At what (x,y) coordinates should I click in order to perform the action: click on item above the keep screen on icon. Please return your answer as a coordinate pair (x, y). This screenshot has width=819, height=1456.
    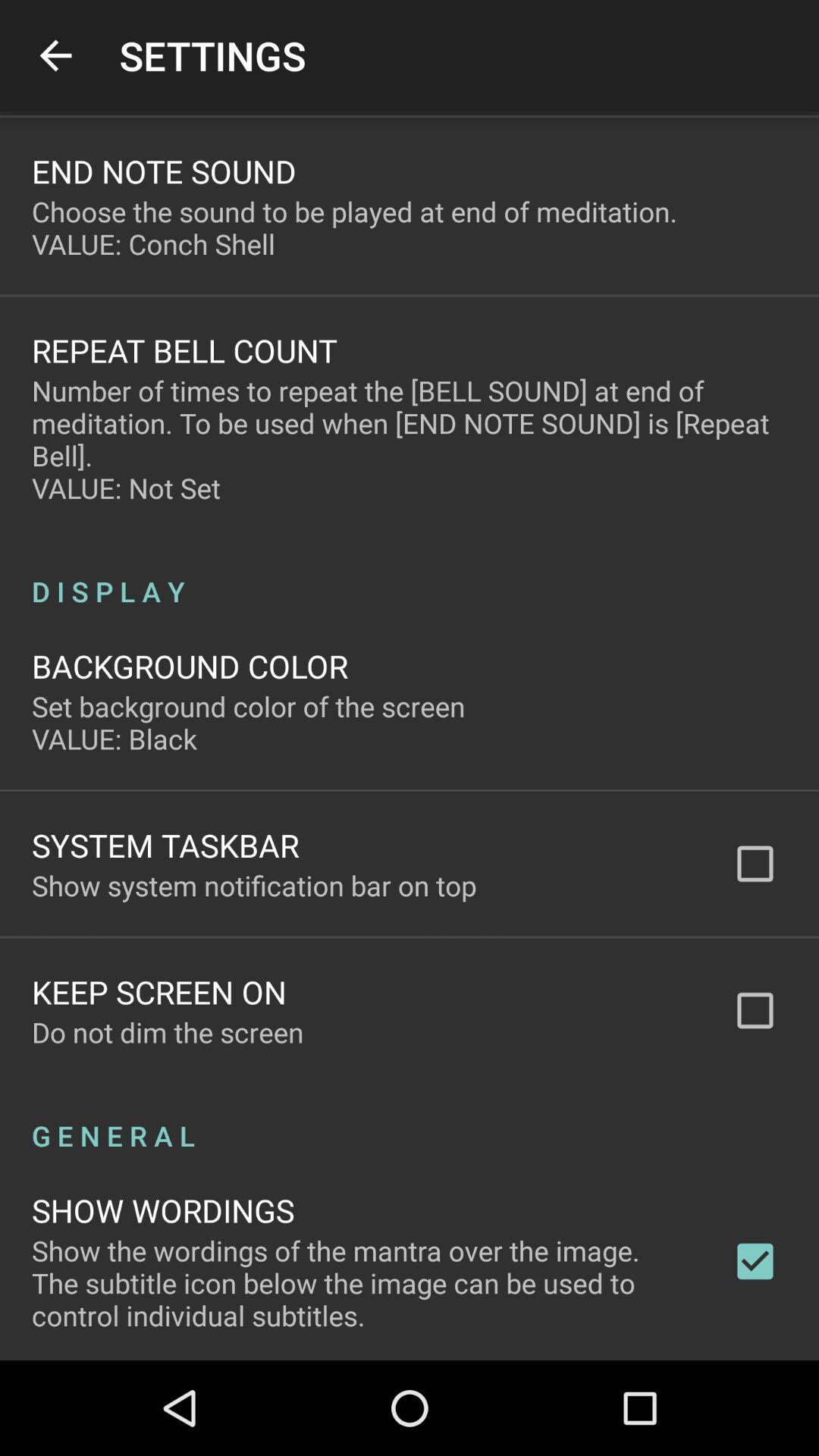
    Looking at the image, I should click on (253, 885).